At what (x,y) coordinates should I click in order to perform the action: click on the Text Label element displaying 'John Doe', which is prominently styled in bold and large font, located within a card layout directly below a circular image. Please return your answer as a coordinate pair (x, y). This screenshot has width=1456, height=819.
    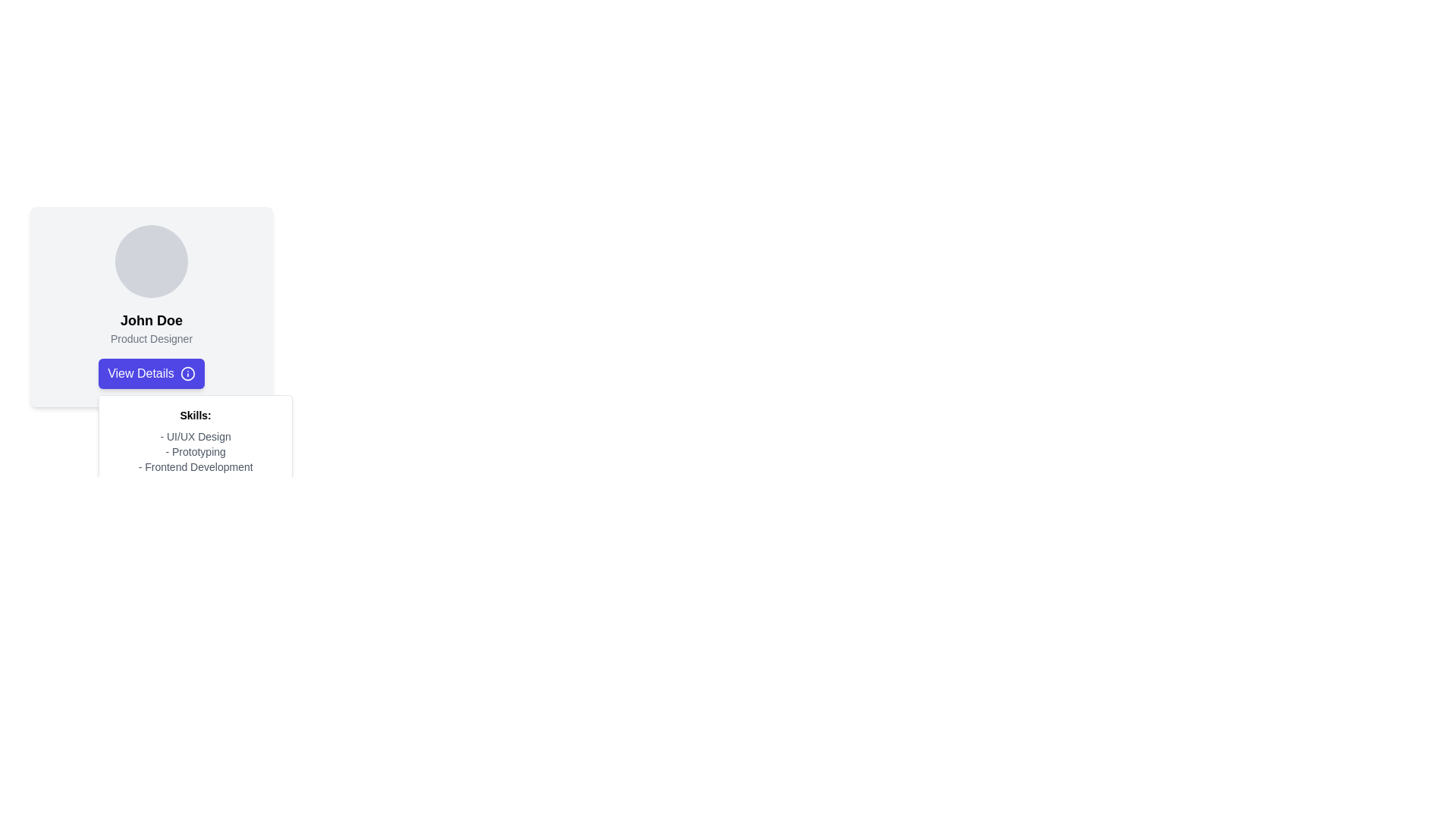
    Looking at the image, I should click on (152, 320).